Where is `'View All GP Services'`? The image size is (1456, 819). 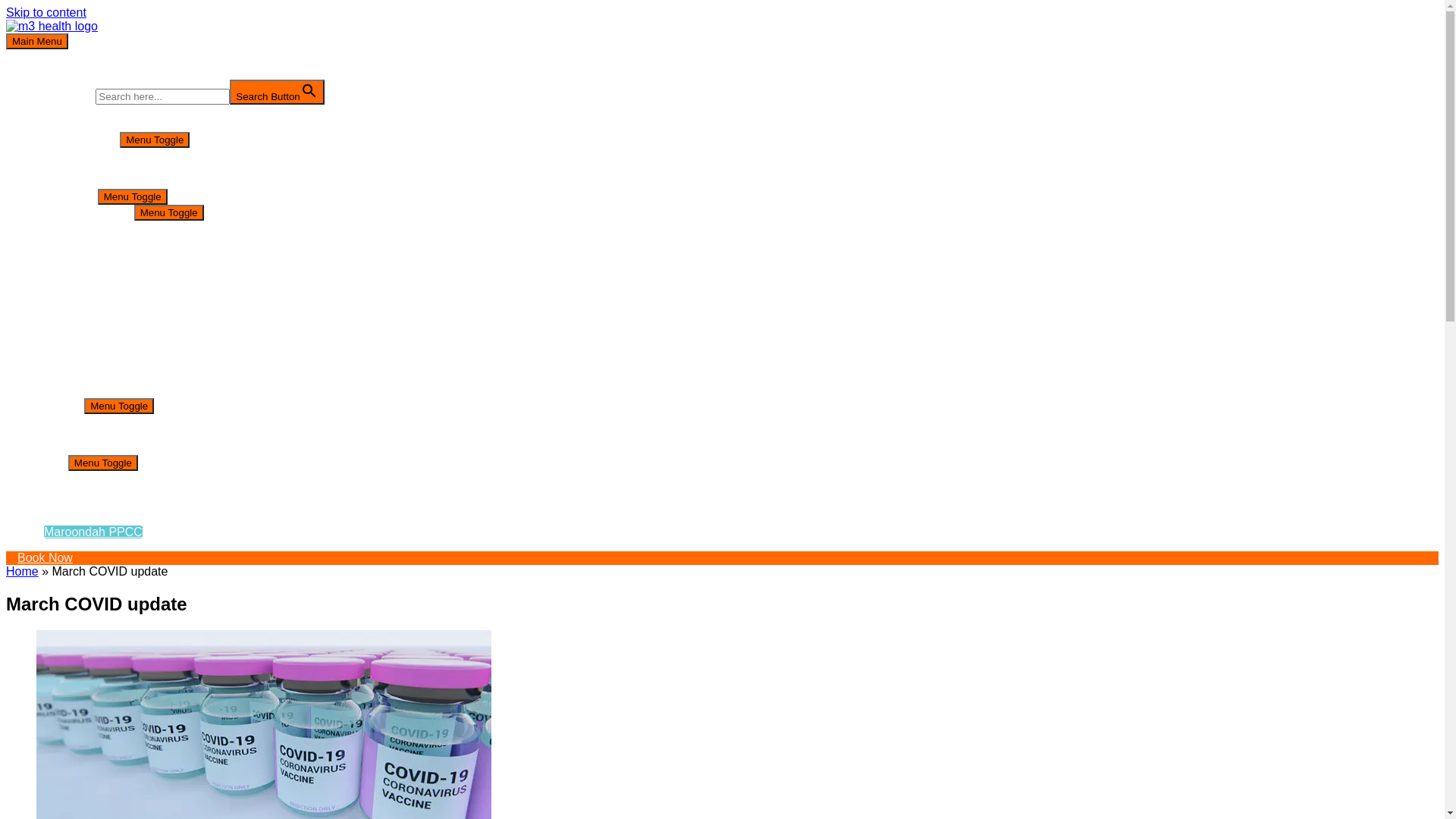
'View All GP Services' is located at coordinates (153, 227).